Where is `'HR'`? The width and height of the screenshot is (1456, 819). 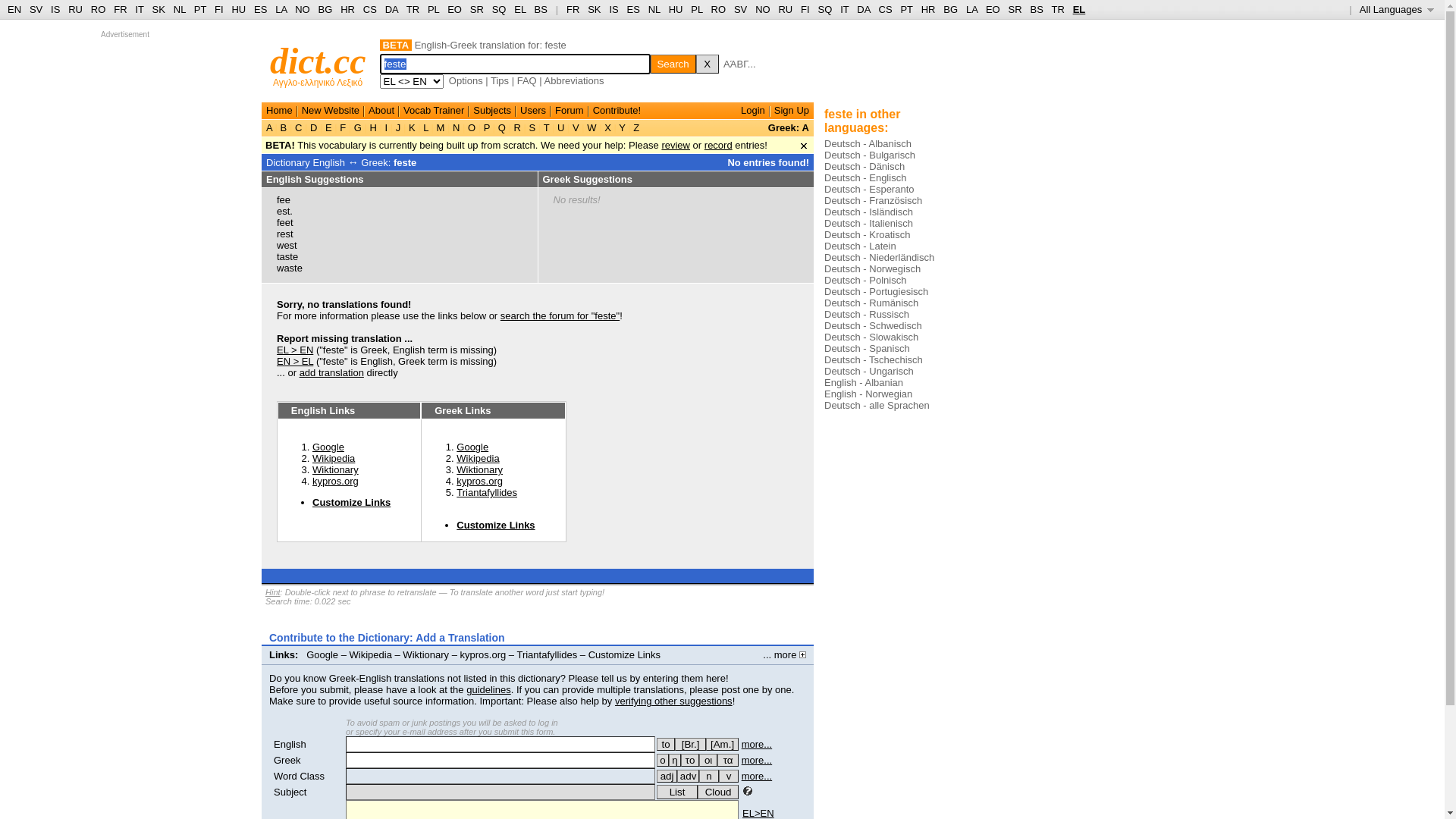 'HR' is located at coordinates (347, 9).